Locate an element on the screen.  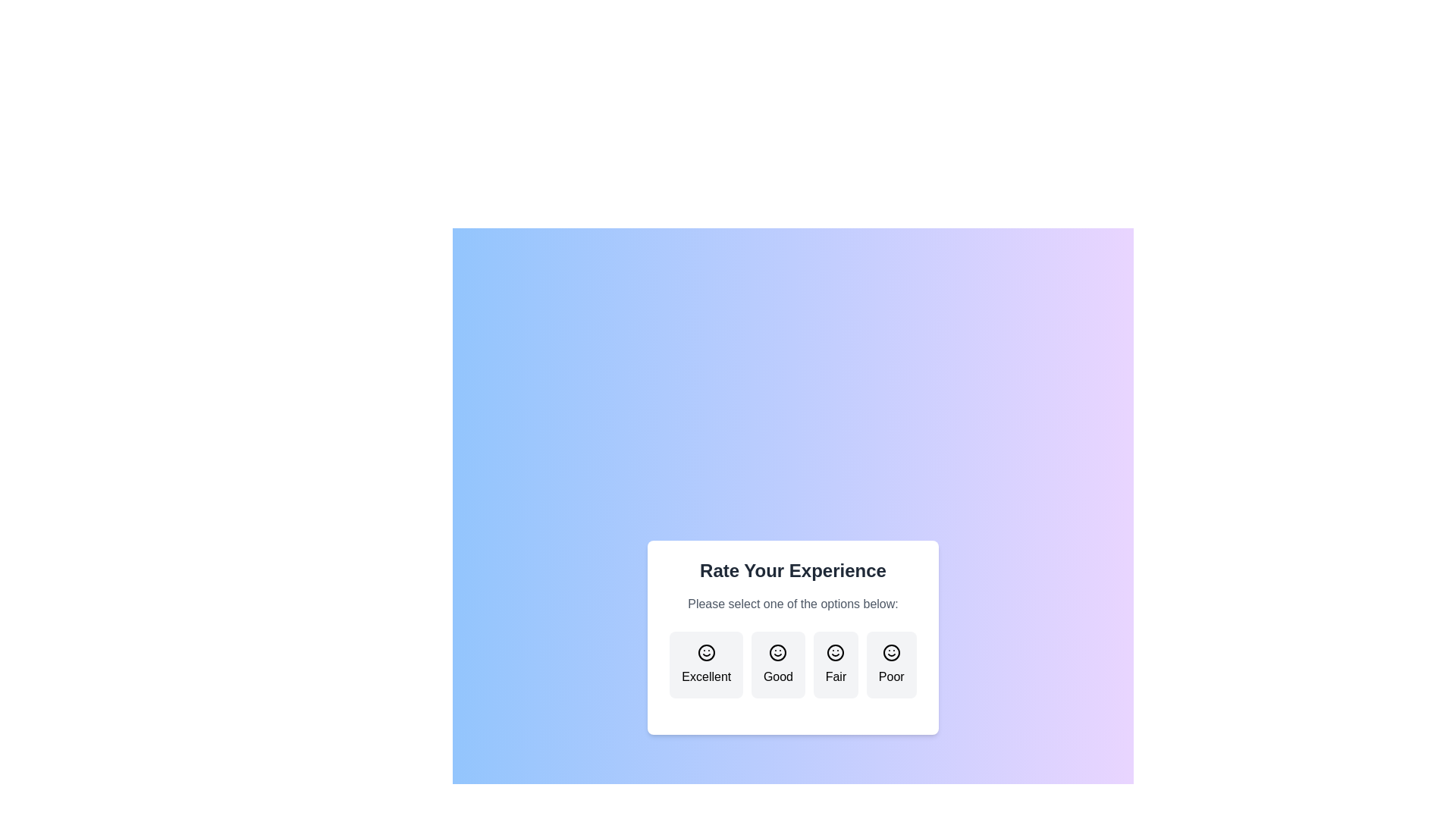
the 'Poor' rating icon in the feedback system is located at coordinates (891, 651).